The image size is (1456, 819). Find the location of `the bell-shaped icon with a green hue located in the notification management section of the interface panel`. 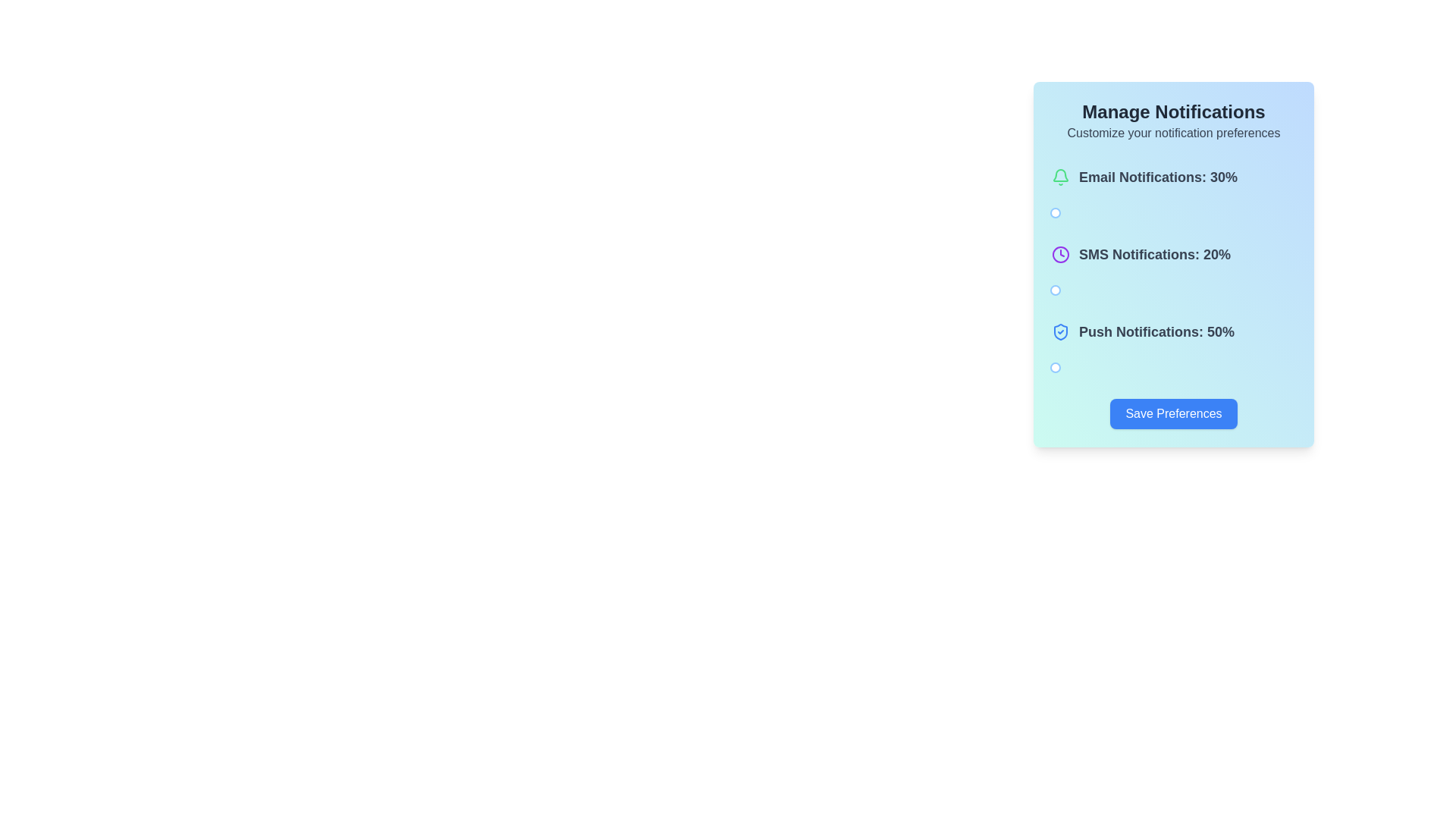

the bell-shaped icon with a green hue located in the notification management section of the interface panel is located at coordinates (1059, 174).